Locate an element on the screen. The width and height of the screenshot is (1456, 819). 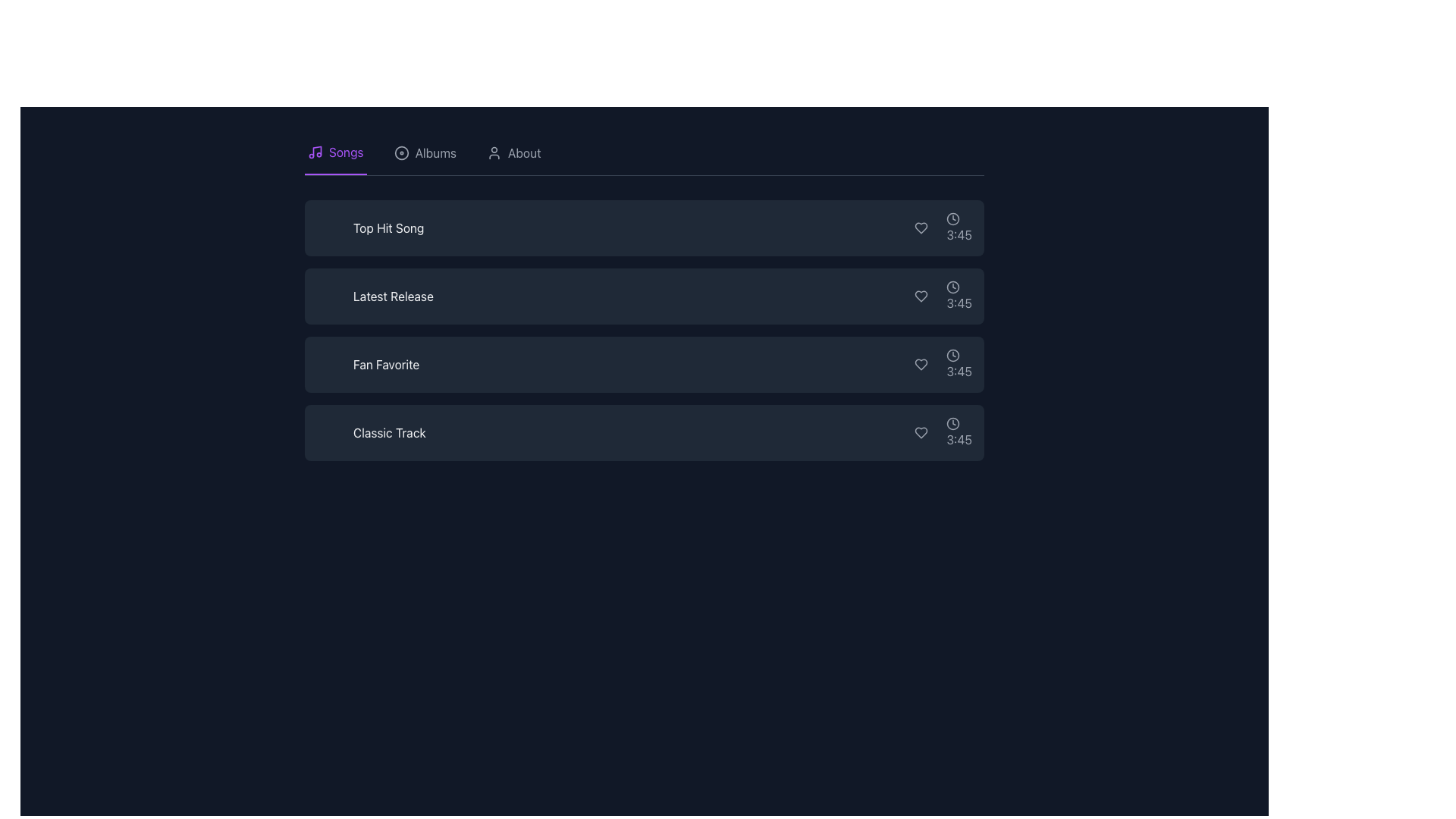
the third instance of the time duration display, which reads '3:45' and is accompanied by a clock icon on the left, positioned to the far right in a horizontal list row is located at coordinates (959, 365).